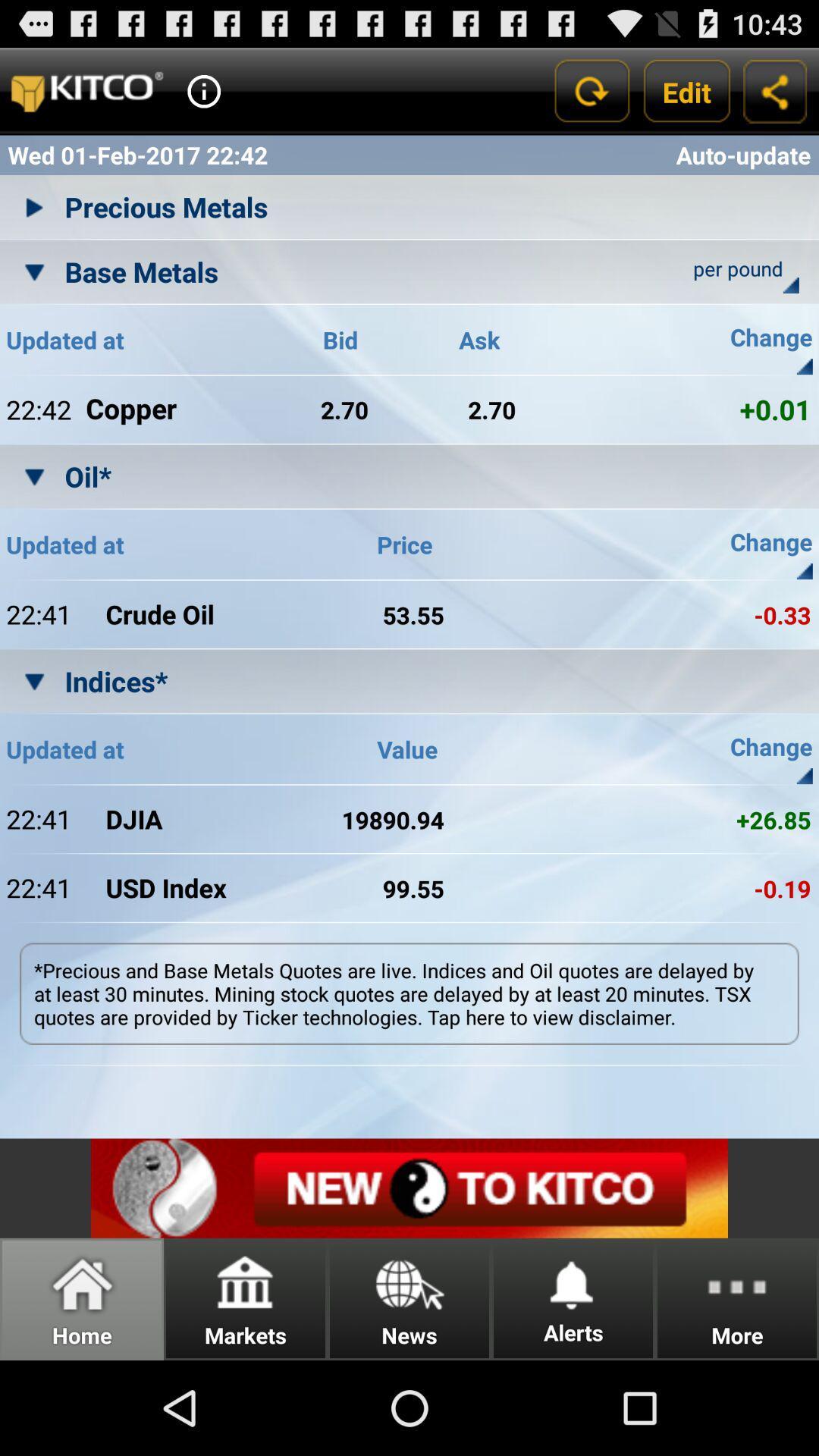  What do you see at coordinates (203, 90) in the screenshot?
I see `help button` at bounding box center [203, 90].